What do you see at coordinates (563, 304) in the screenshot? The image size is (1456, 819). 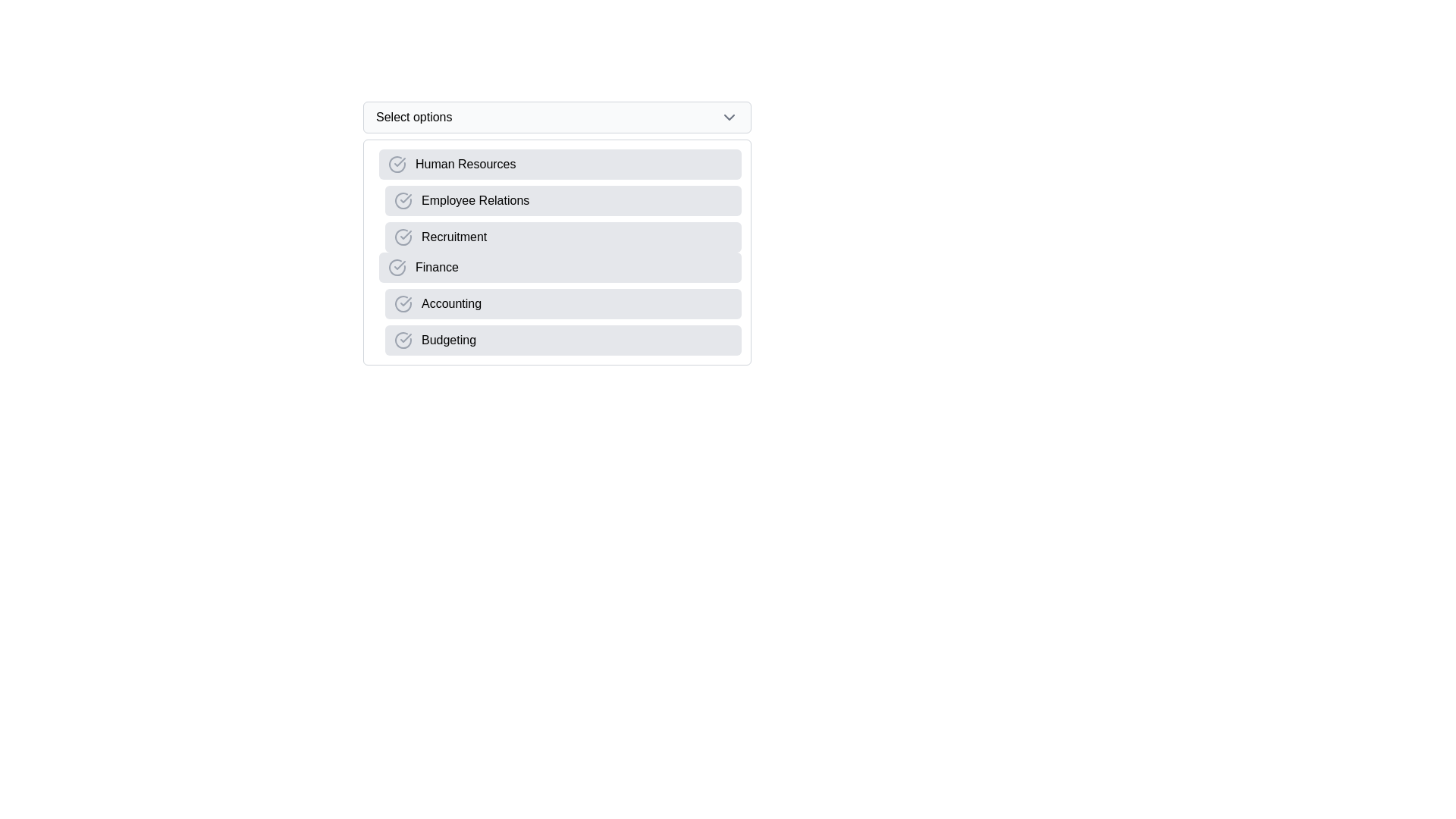 I see `the fourth selectable list item, located below 'Finance' and above 'Budgeting'` at bounding box center [563, 304].